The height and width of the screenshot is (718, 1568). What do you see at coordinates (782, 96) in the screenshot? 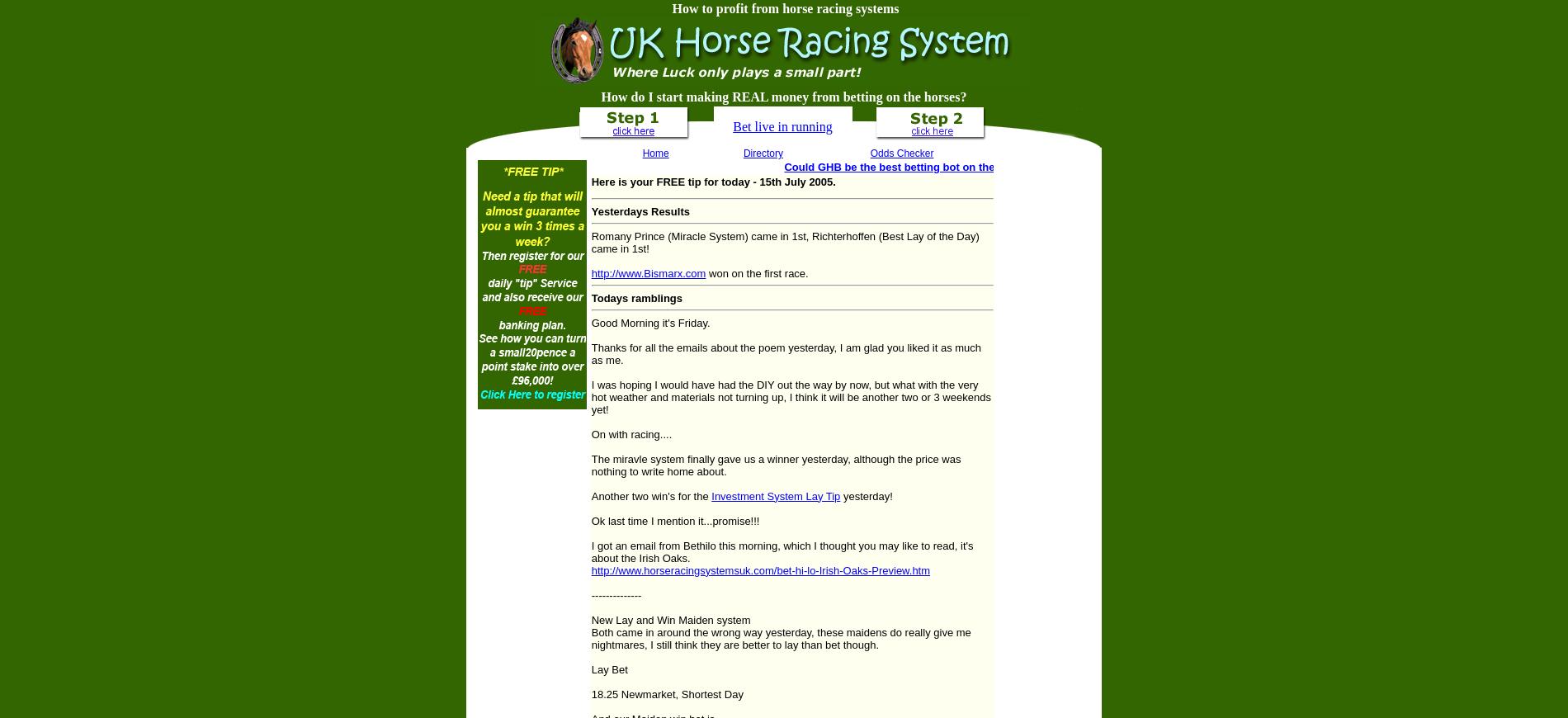
I see `'How do I start making REAL money from betting on the horses?'` at bounding box center [782, 96].